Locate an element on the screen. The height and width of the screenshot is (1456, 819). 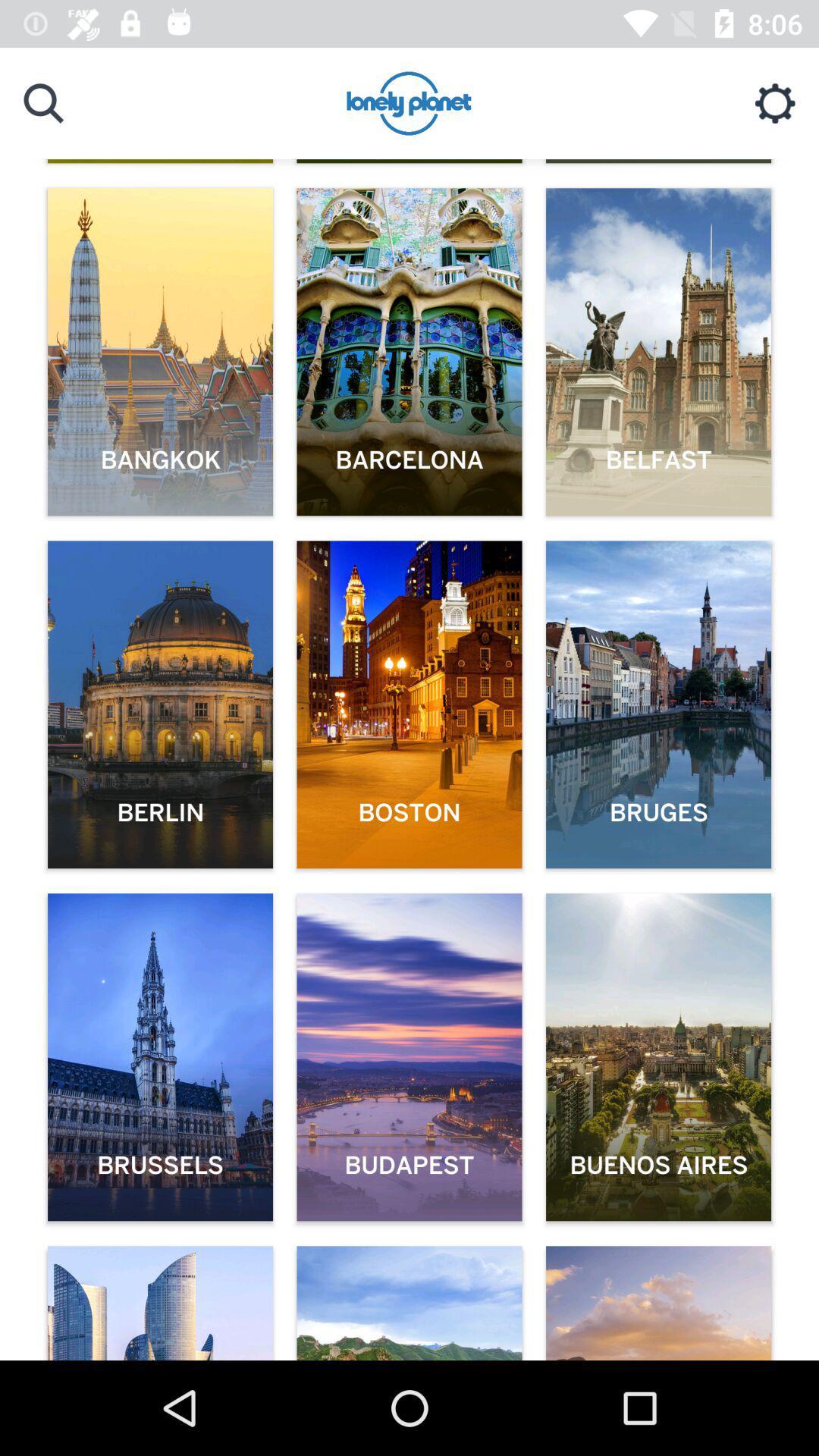
the settings icon is located at coordinates (775, 102).